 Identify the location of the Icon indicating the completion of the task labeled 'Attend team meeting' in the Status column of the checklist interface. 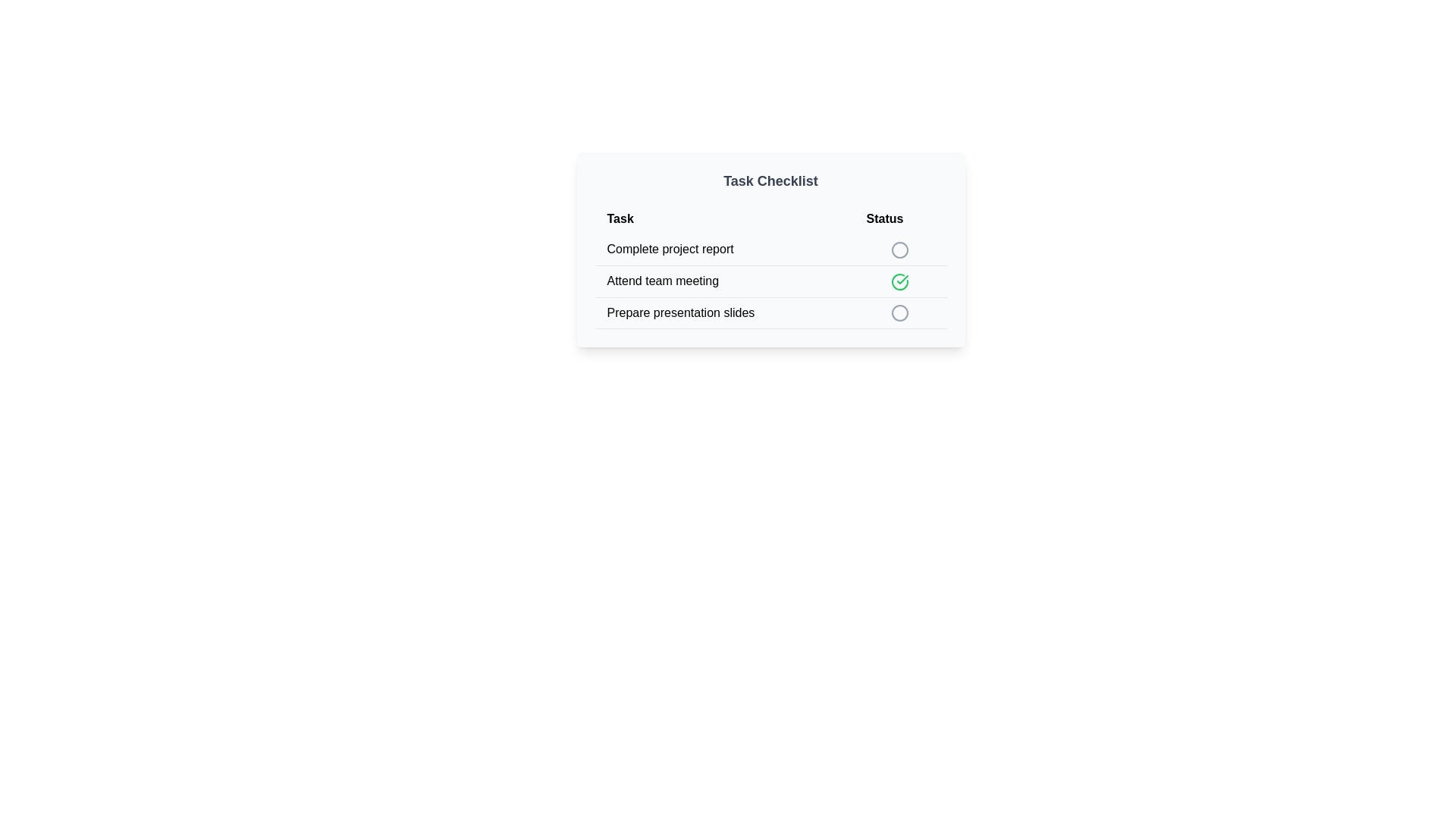
(900, 281).